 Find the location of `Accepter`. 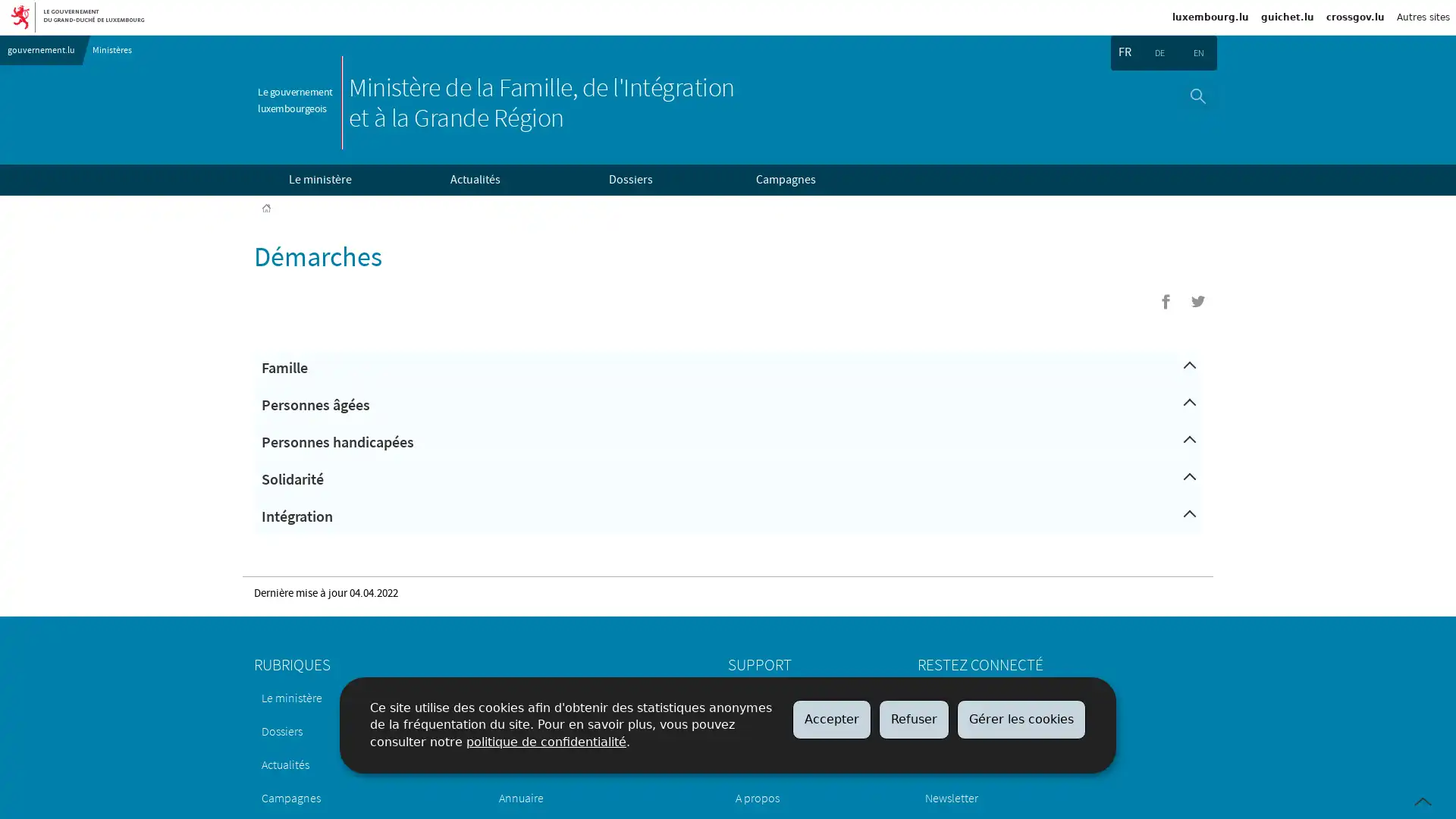

Accepter is located at coordinates (831, 718).